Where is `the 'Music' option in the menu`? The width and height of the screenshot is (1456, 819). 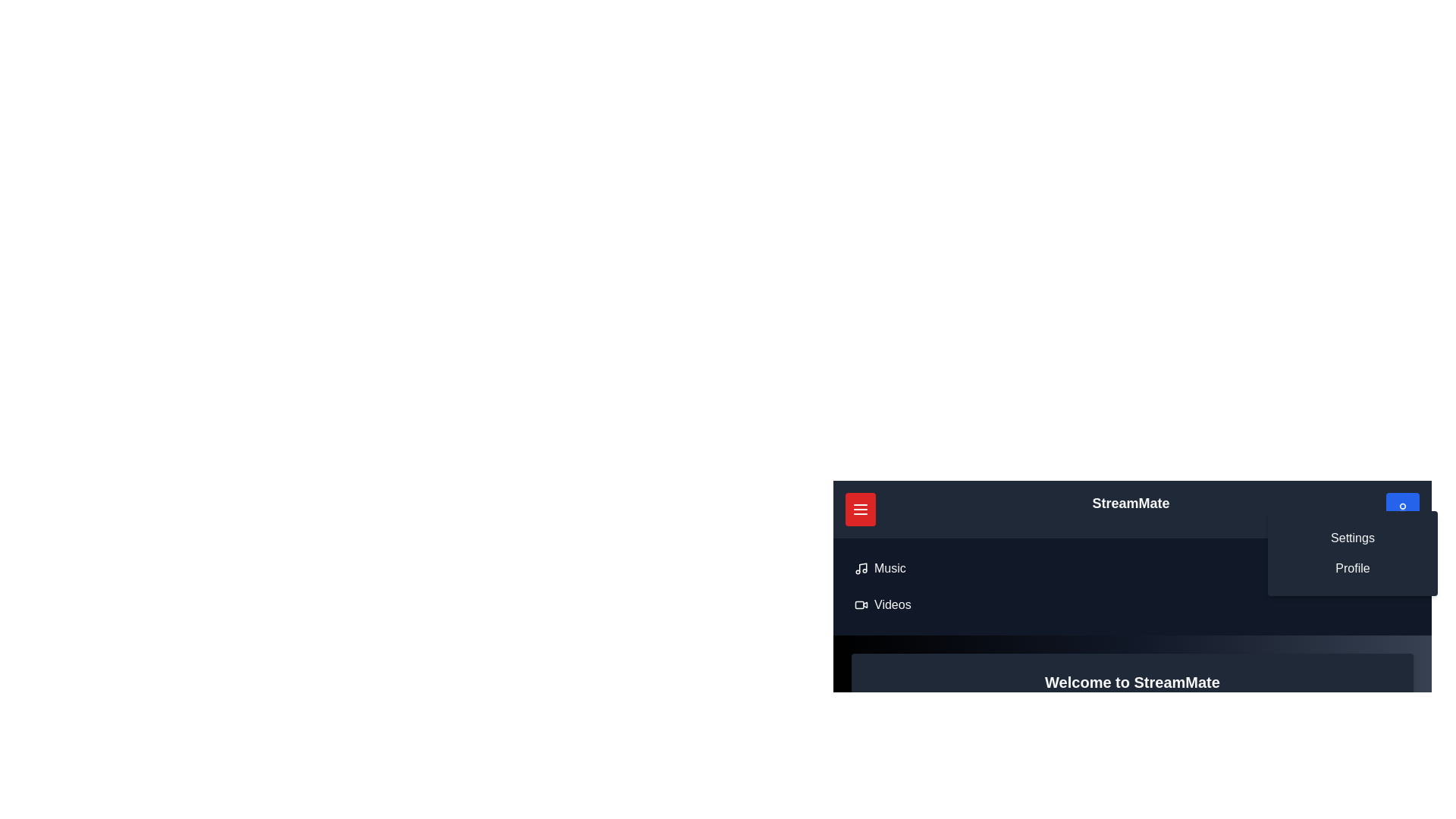
the 'Music' option in the menu is located at coordinates (860, 568).